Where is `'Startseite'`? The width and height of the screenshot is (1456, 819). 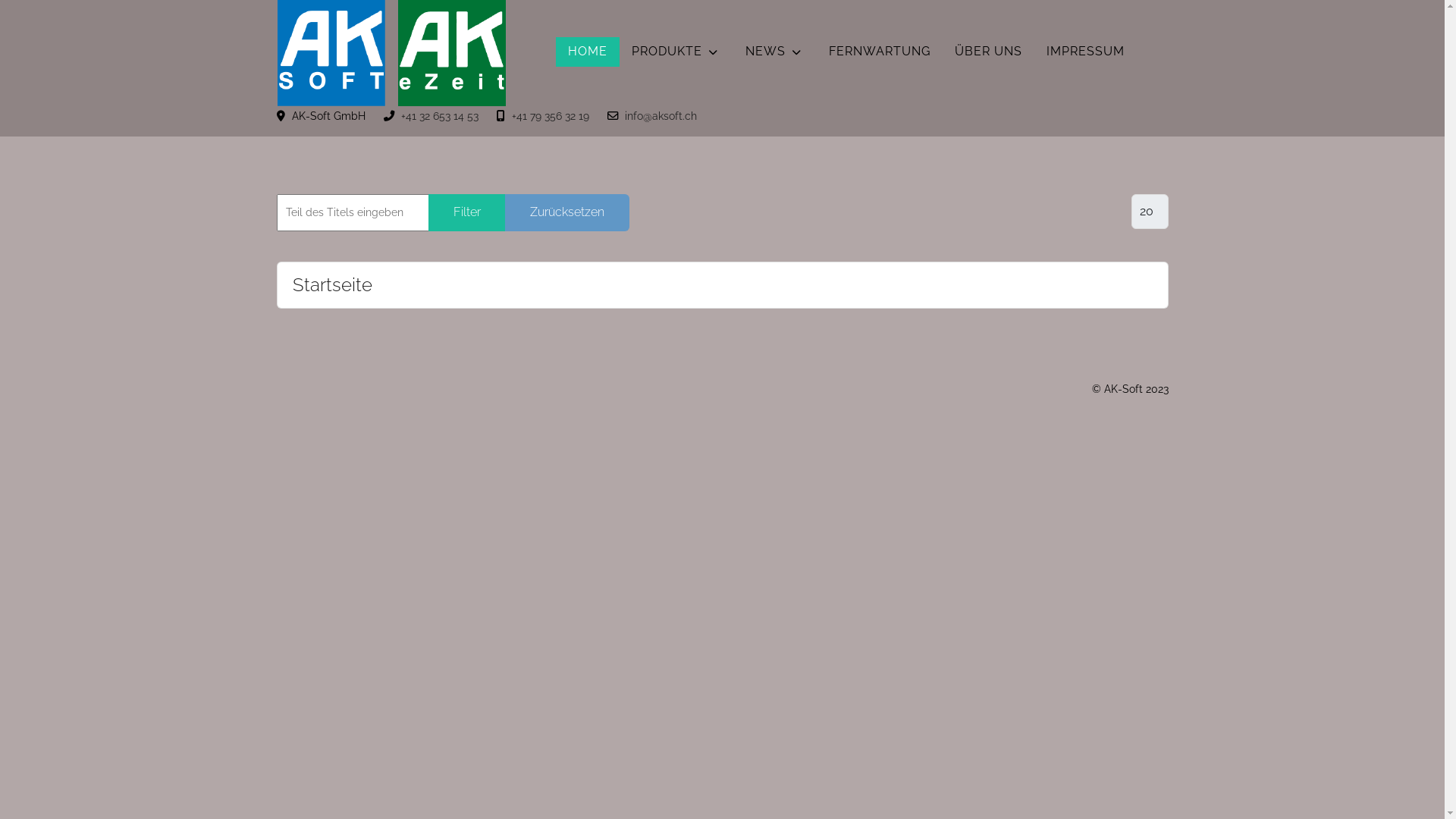
'Startseite' is located at coordinates (331, 284).